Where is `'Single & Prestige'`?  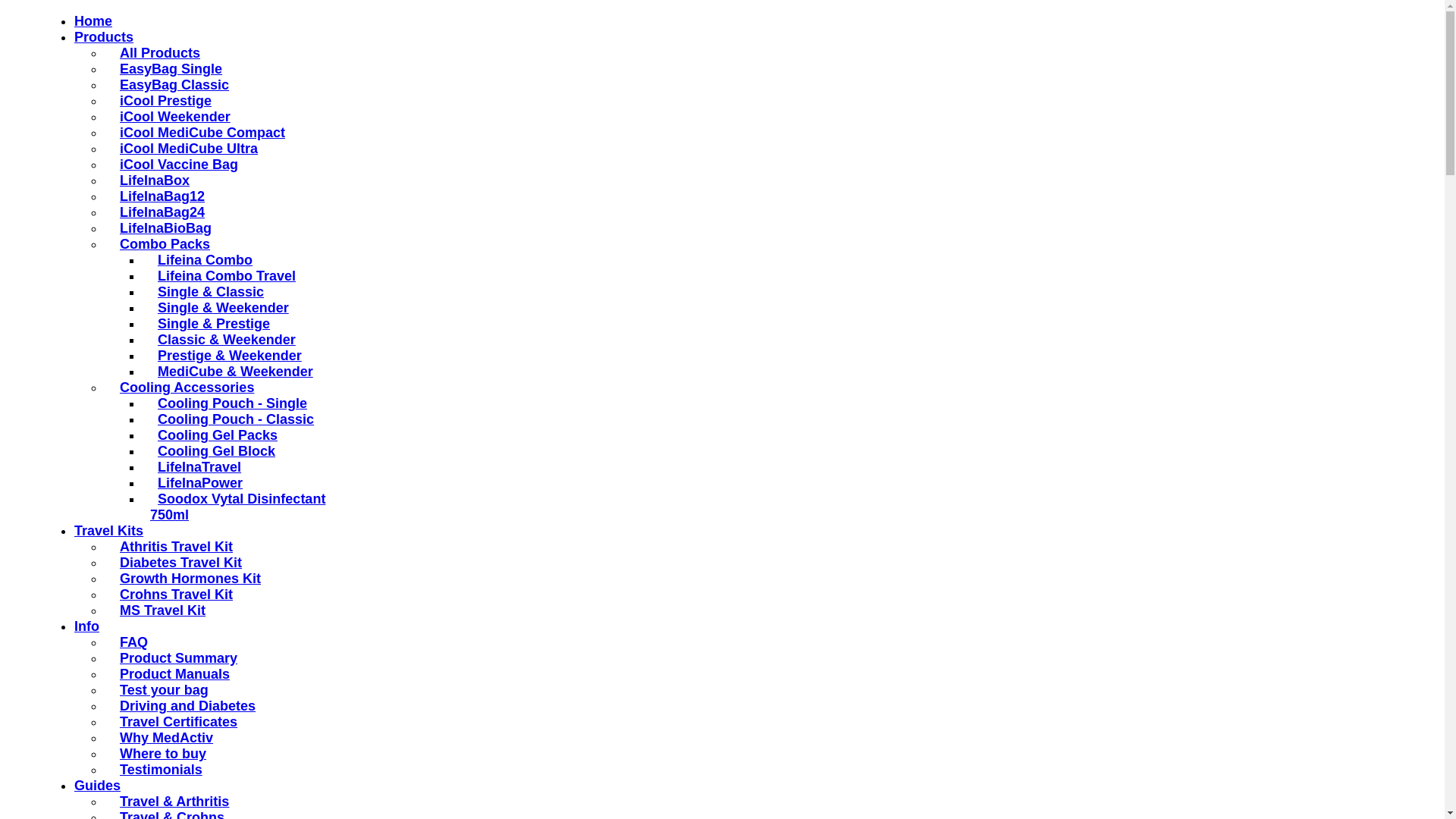 'Single & Prestige' is located at coordinates (149, 323).